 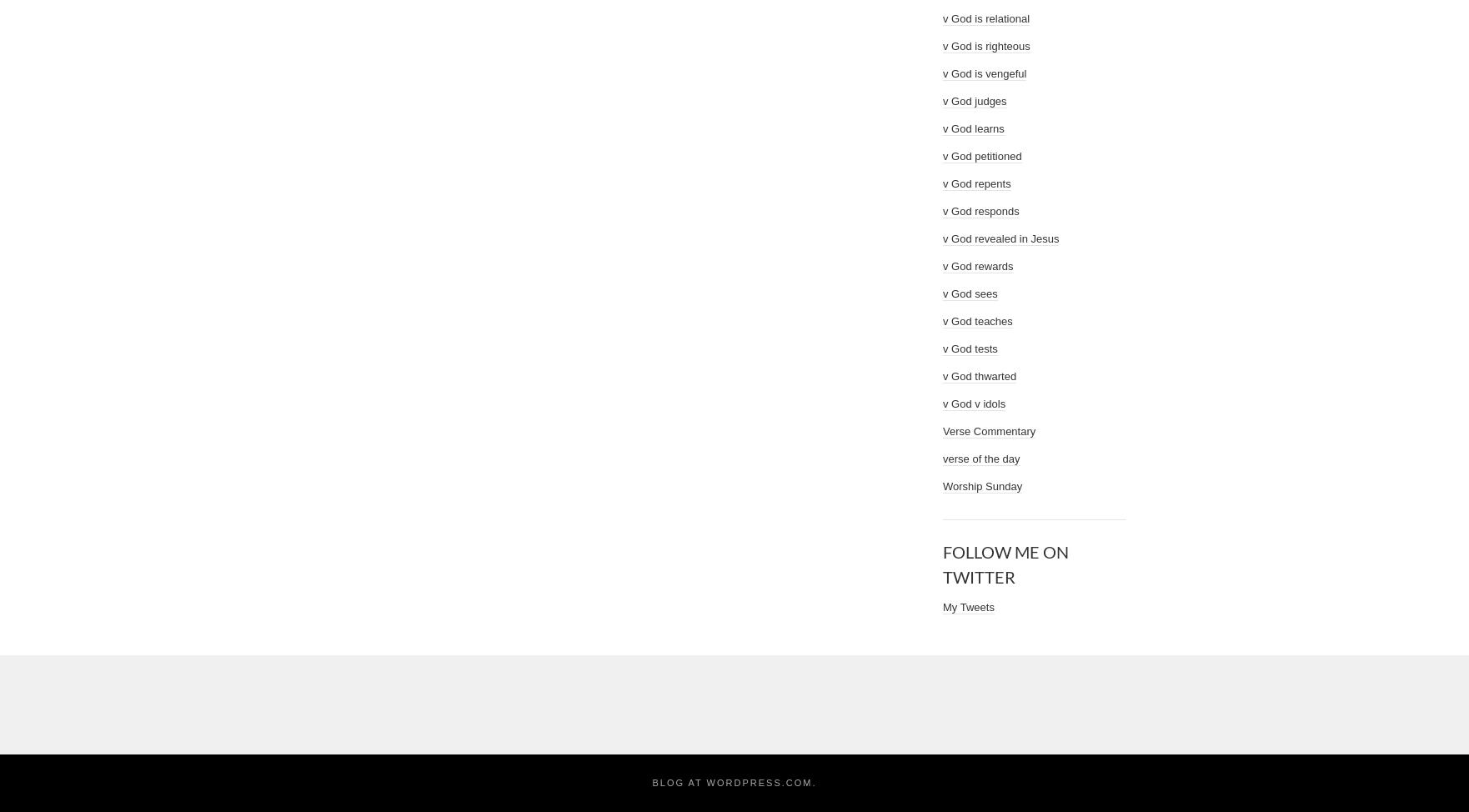 I want to click on 'v God is vengeful', so click(x=943, y=73).